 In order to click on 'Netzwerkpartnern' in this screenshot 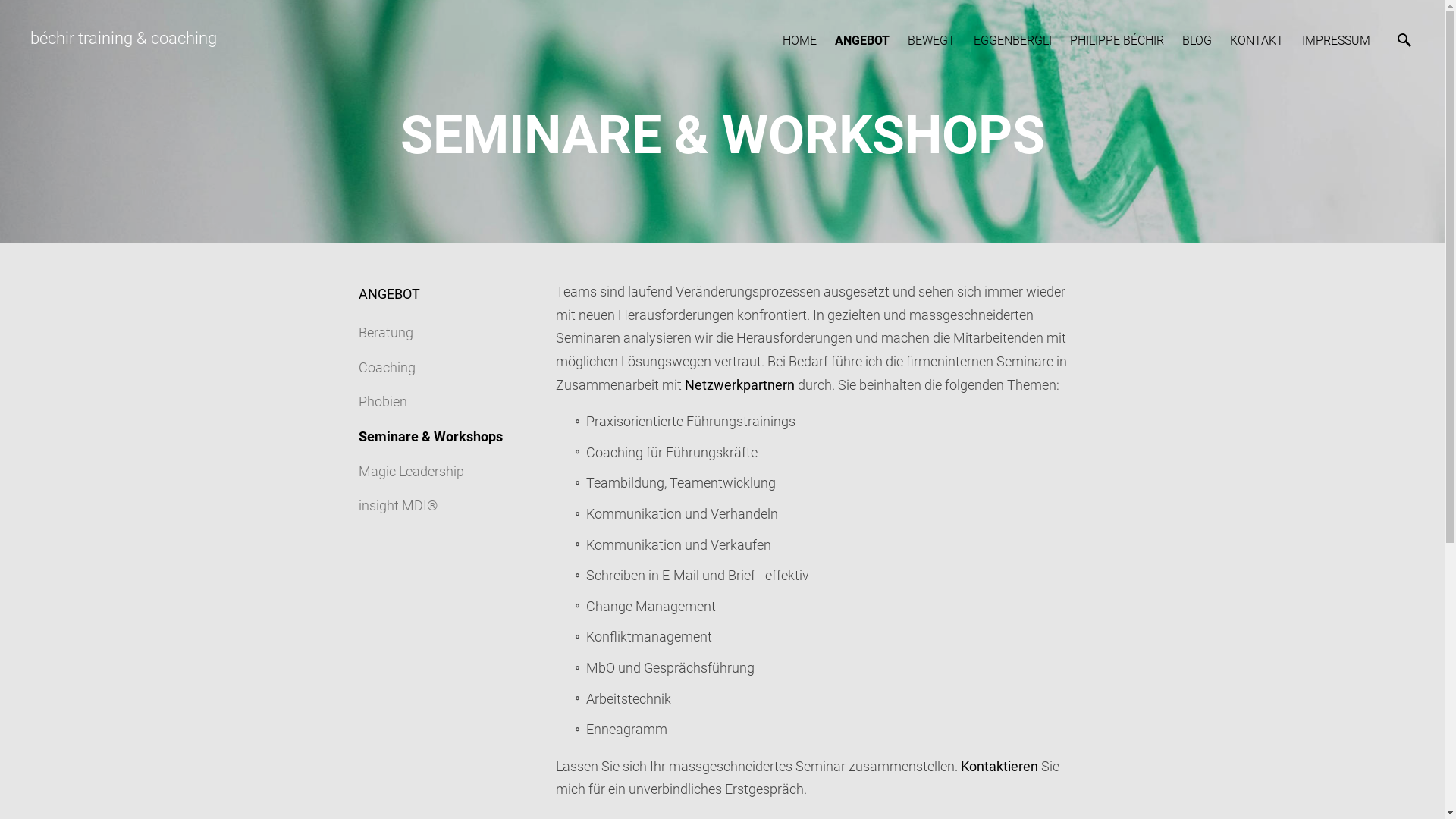, I will do `click(739, 384)`.